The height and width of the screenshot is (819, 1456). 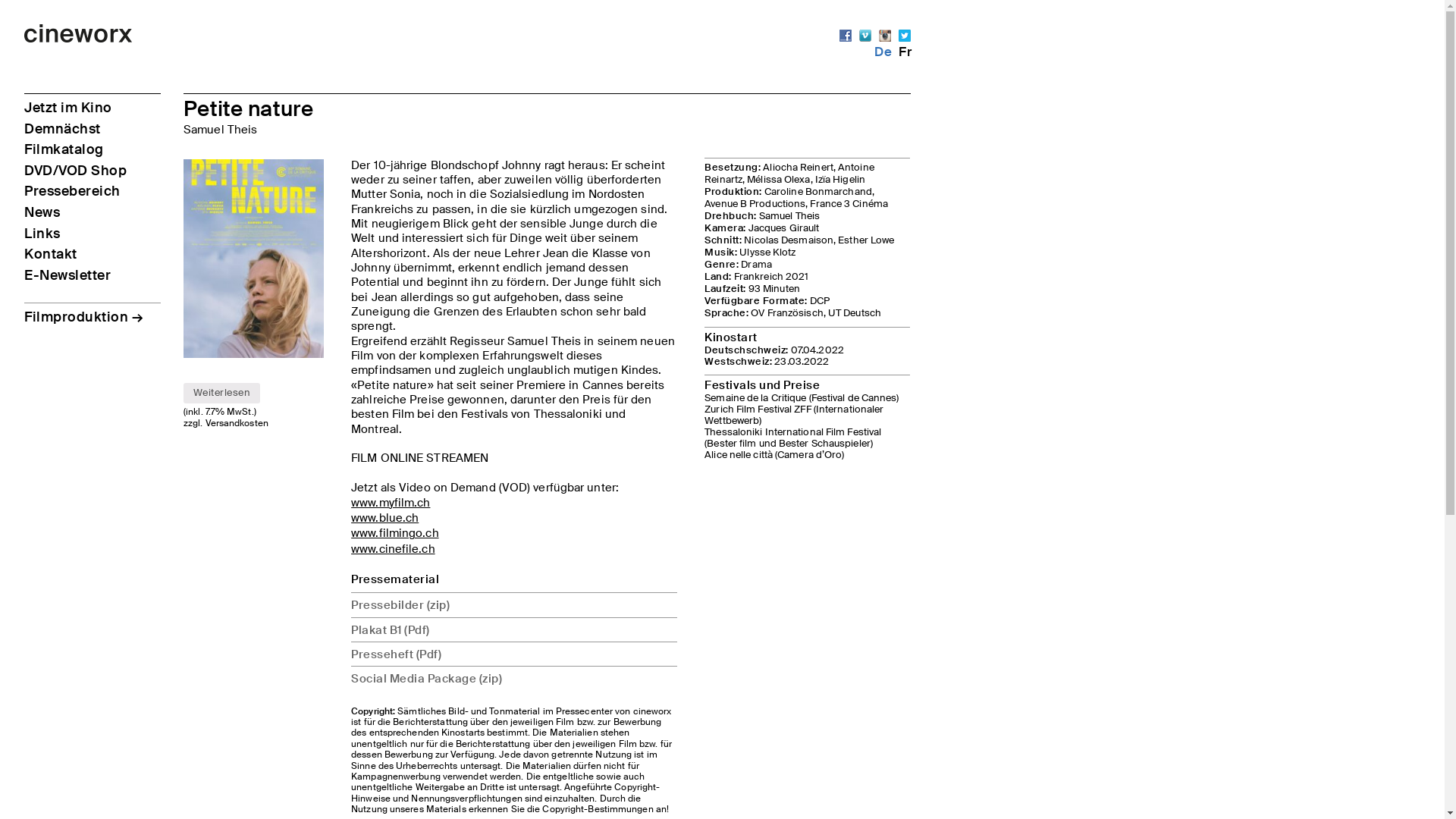 I want to click on 'www.myfilm.ch', so click(x=390, y=502).